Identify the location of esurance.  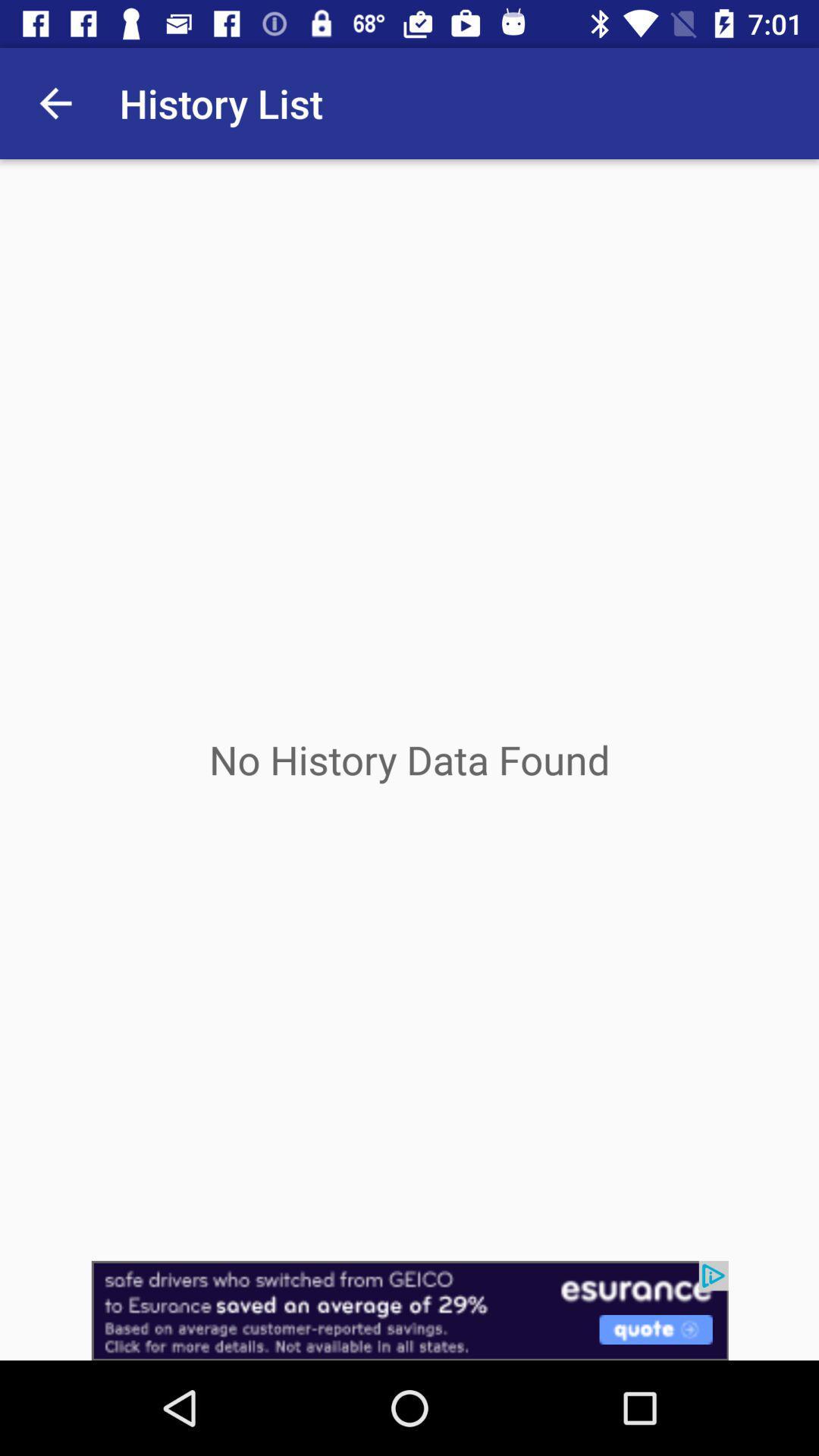
(409, 1310).